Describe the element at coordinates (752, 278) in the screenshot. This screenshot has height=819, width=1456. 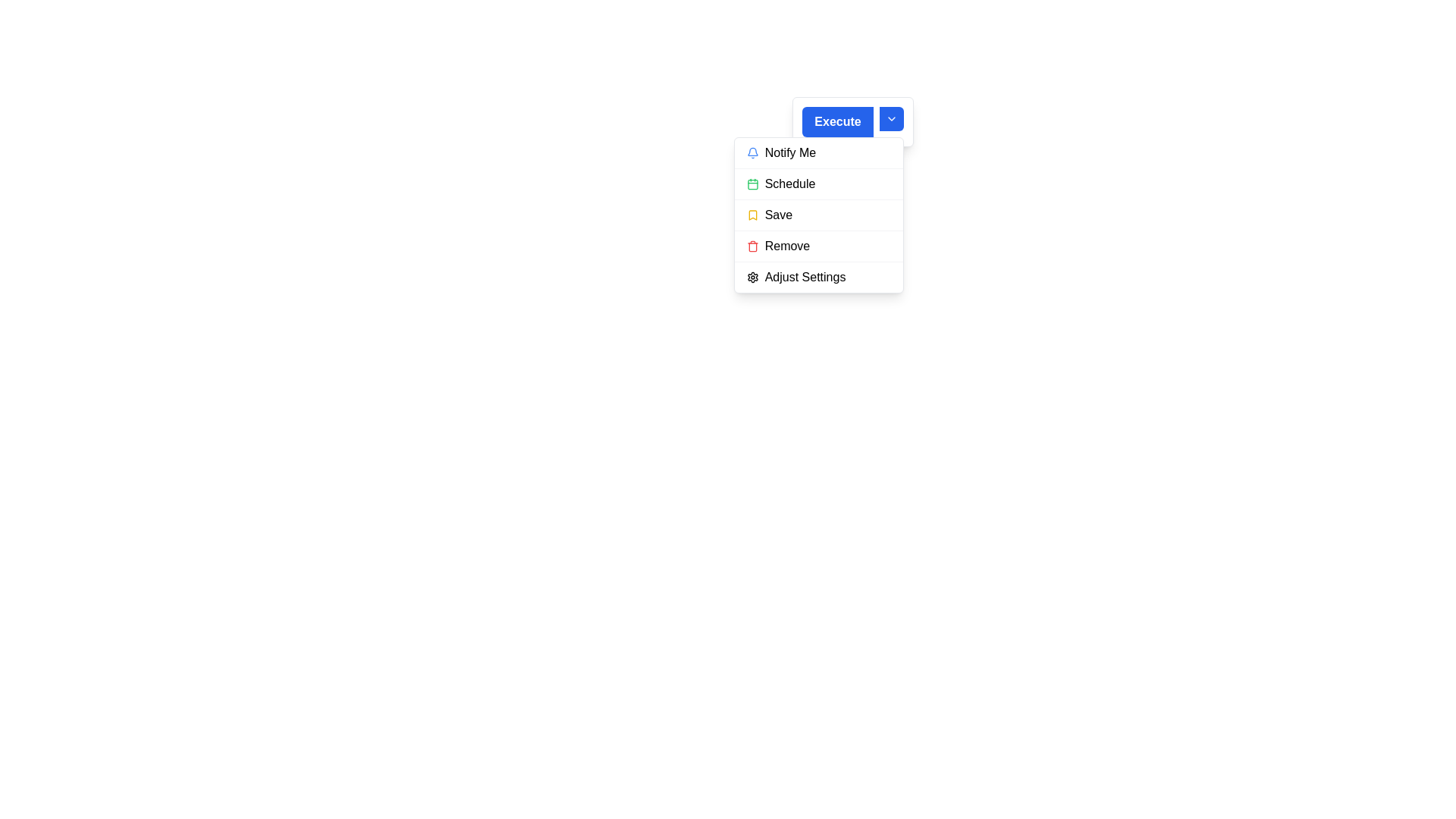
I see `the gear icon in the last row of the vertical menu list` at that location.